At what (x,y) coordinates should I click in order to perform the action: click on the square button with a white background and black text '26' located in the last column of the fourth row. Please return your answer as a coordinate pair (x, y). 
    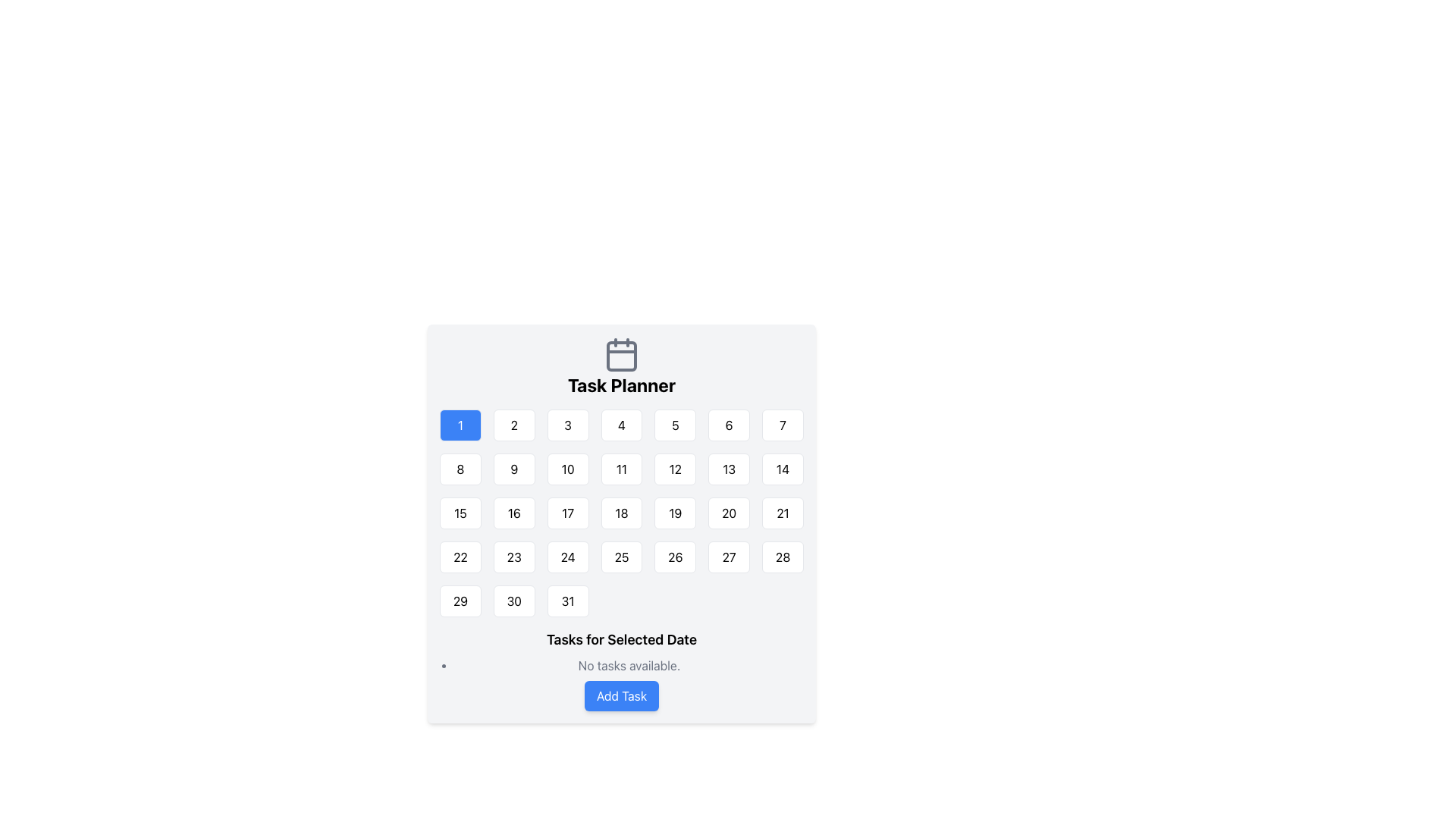
    Looking at the image, I should click on (674, 557).